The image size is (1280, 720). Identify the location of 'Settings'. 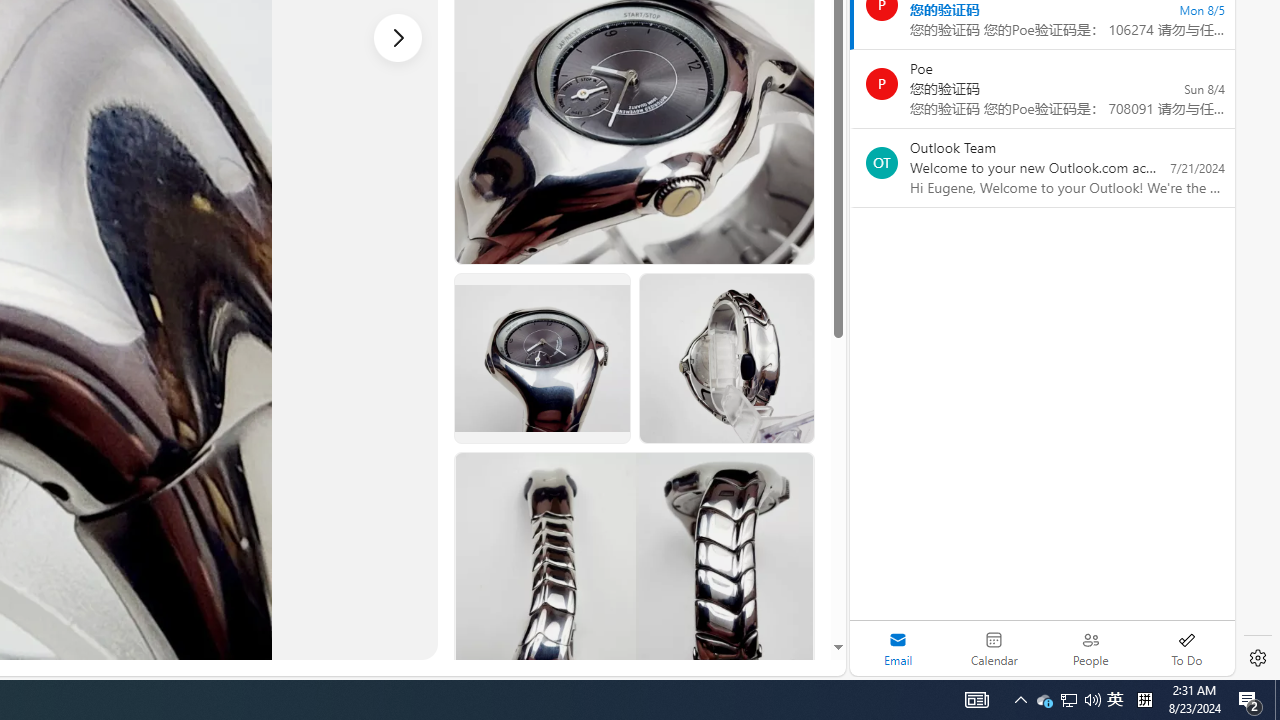
(1257, 658).